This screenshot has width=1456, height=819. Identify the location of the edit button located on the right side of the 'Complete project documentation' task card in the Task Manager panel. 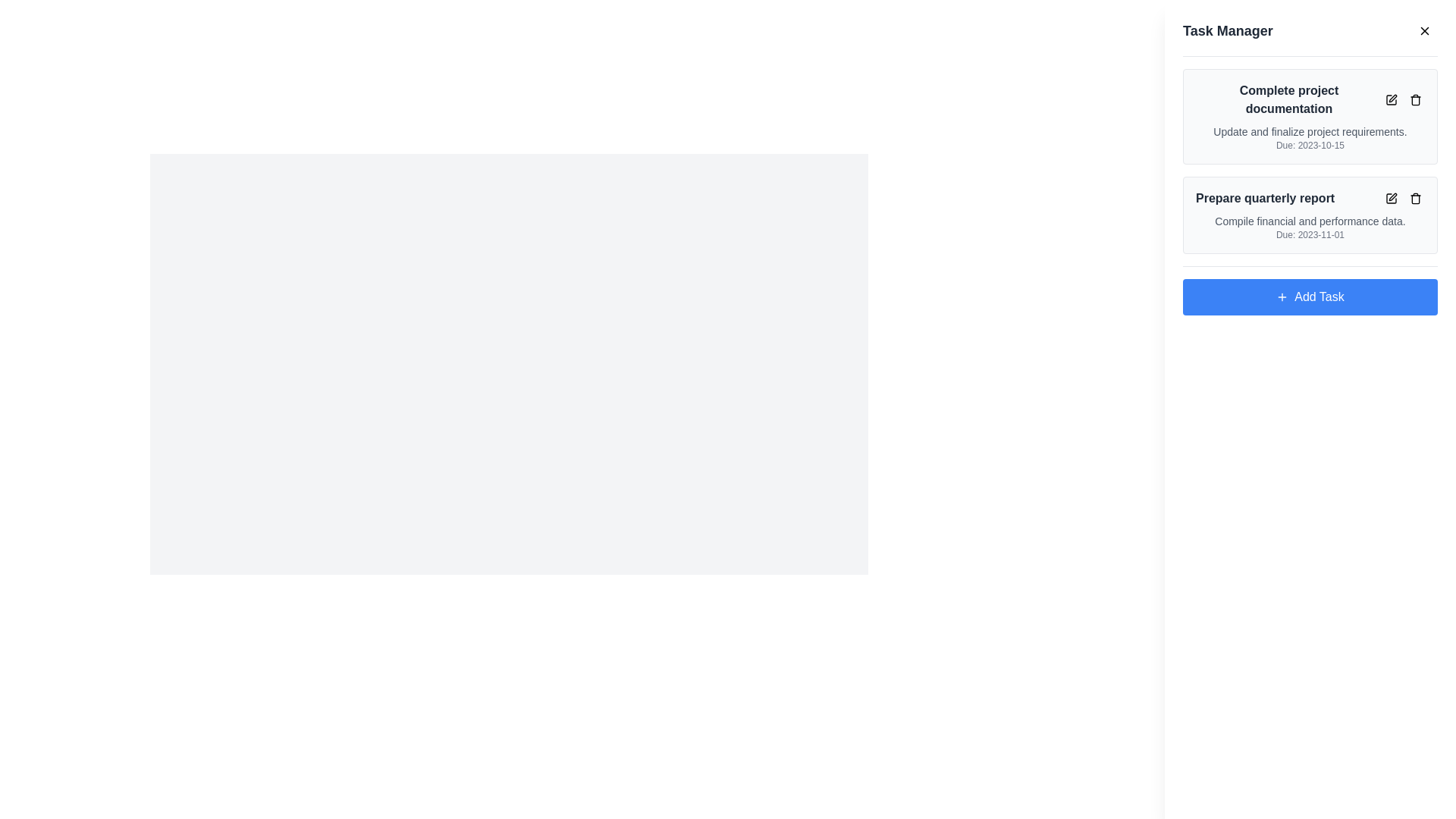
(1391, 99).